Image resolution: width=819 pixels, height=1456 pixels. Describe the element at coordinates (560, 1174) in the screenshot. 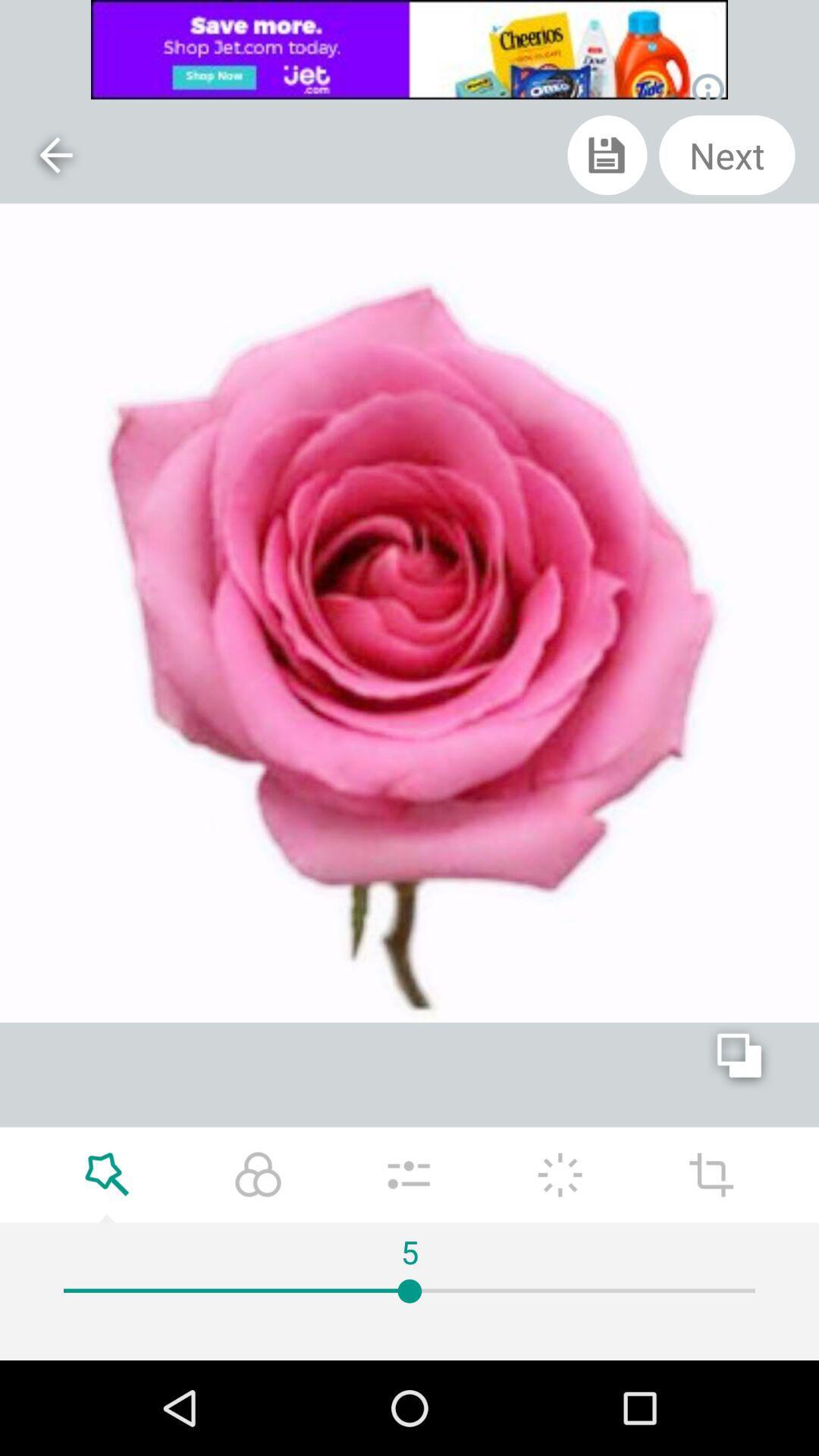

I see `auto enhance` at that location.